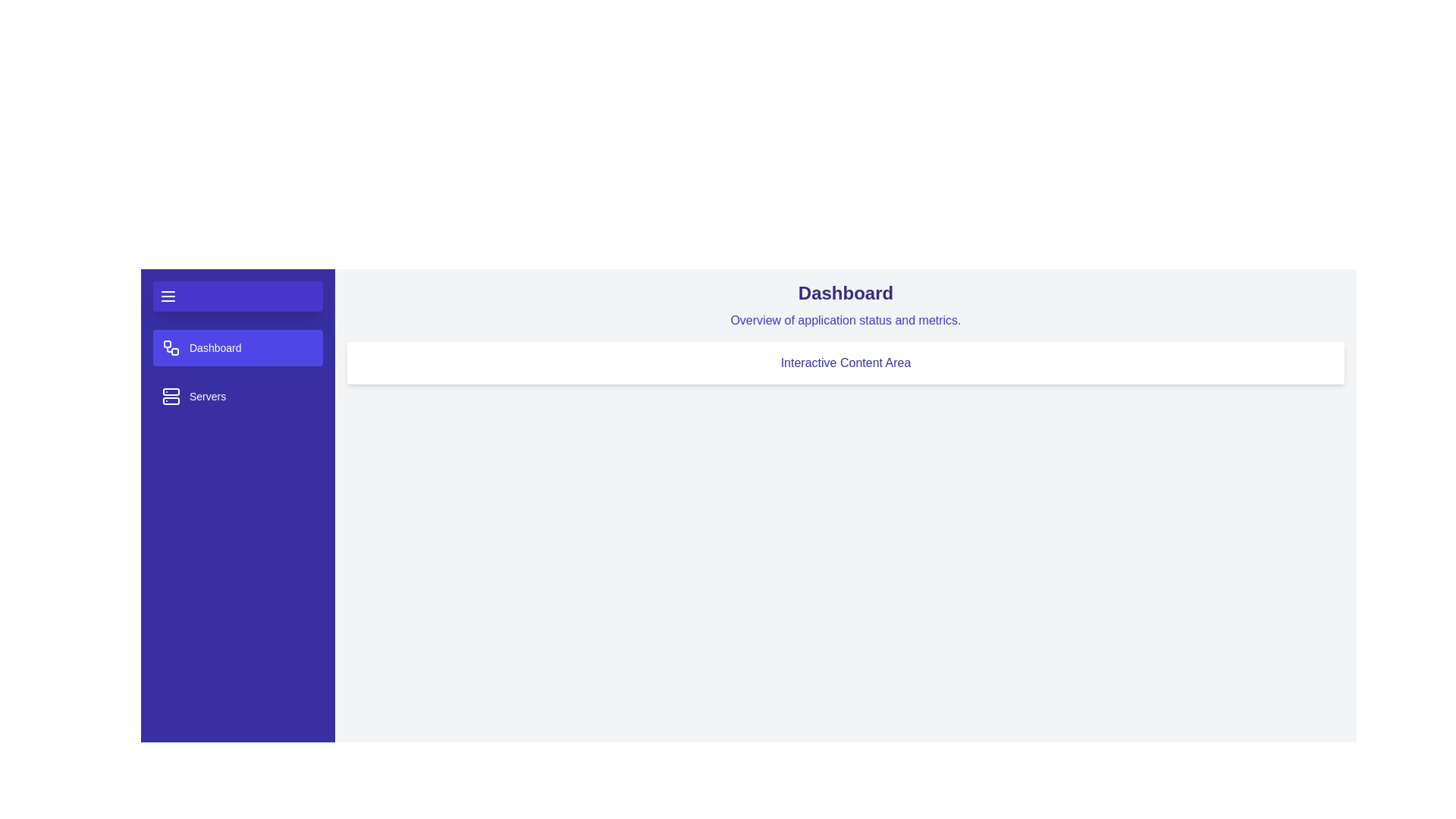  What do you see at coordinates (237, 396) in the screenshot?
I see `the menu item Servers to highlight it` at bounding box center [237, 396].